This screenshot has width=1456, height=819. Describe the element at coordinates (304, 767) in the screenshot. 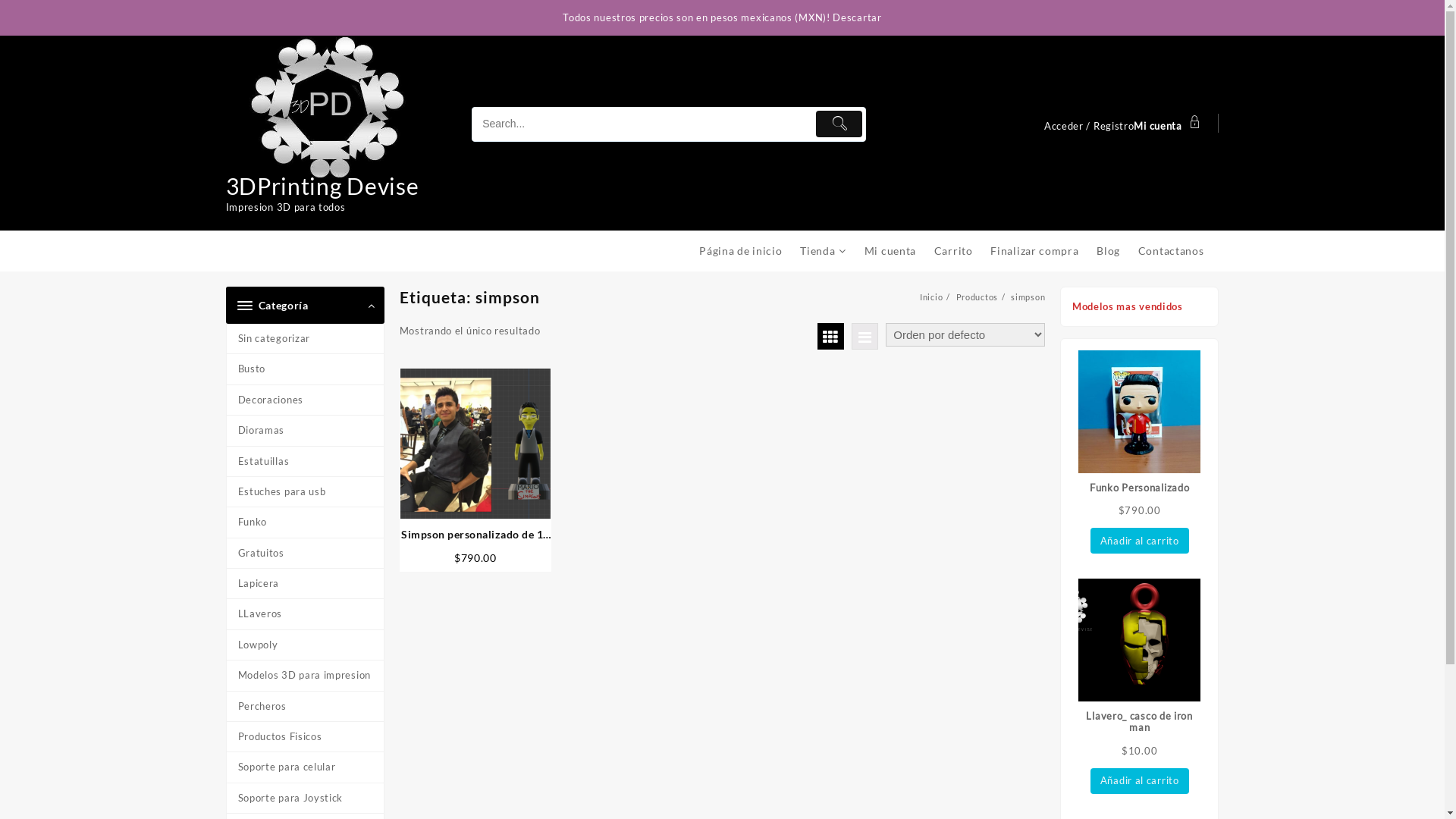

I see `'Soporte para celular'` at that location.